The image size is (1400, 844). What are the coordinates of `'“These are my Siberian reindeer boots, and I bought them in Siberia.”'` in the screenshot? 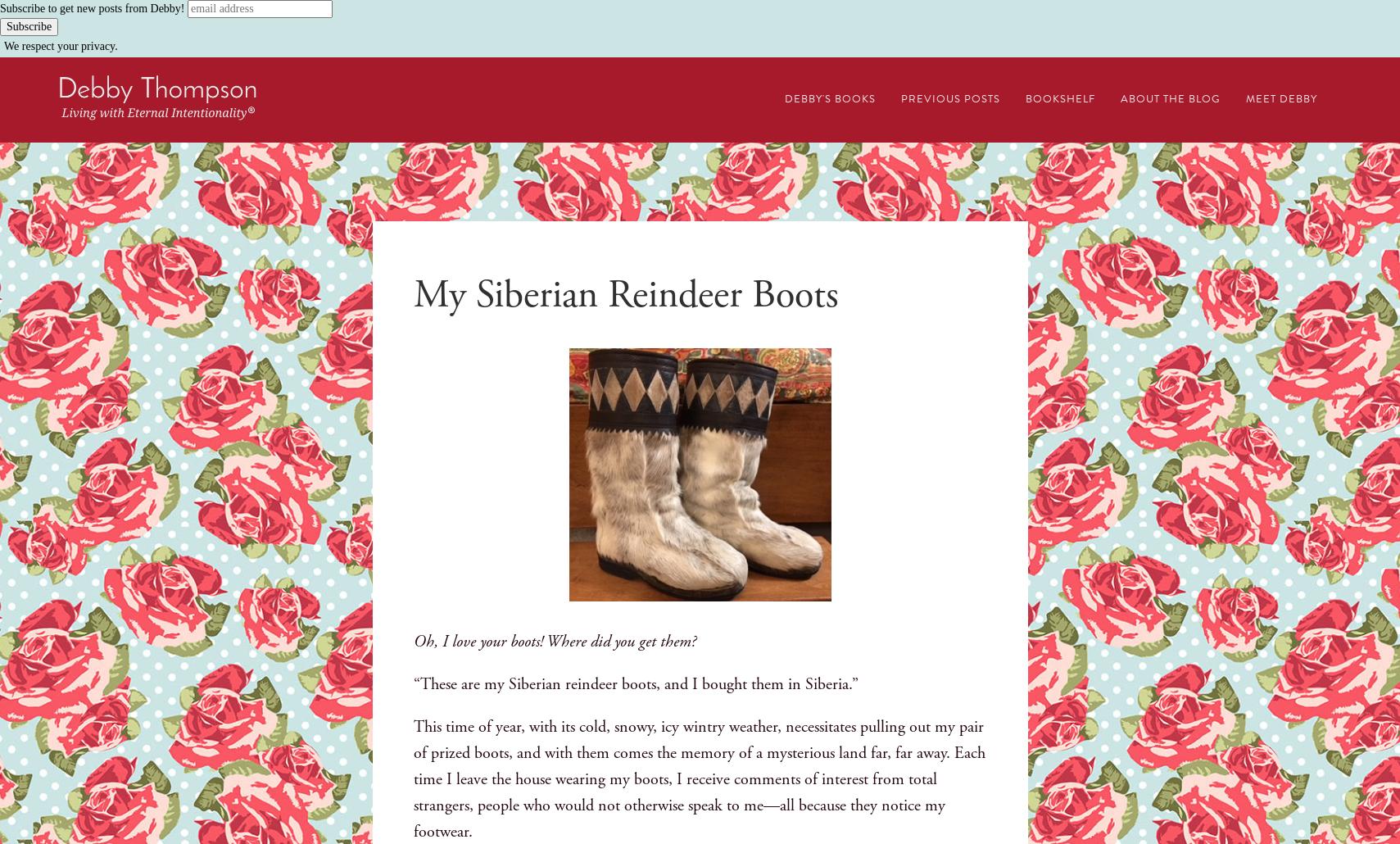 It's located at (634, 683).